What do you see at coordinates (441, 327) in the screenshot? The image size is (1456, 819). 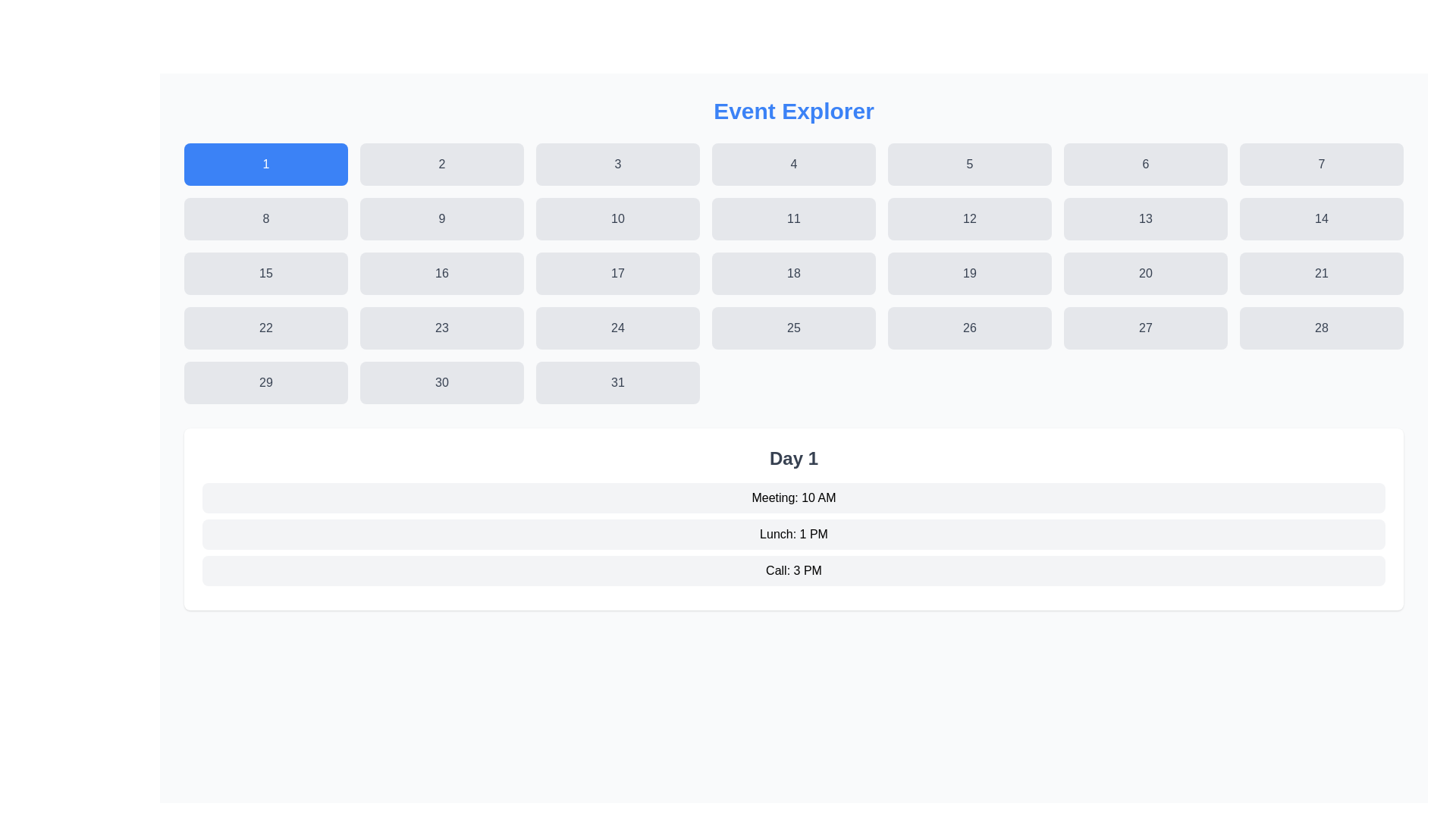 I see `the button displaying the number '23', which is a rectangular element with rounded corners and a light gray background` at bounding box center [441, 327].